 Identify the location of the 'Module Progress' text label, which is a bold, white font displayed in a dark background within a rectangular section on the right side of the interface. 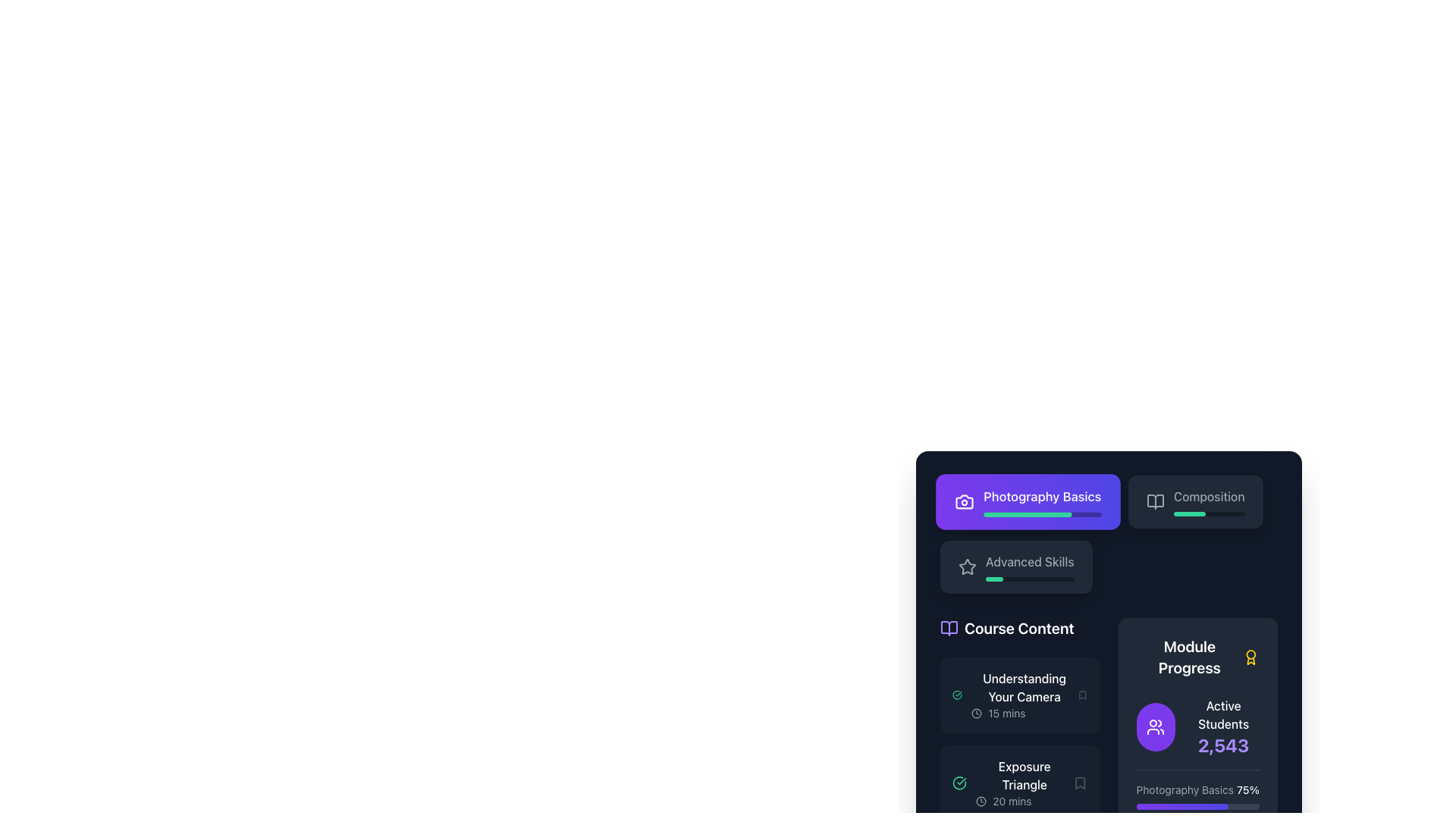
(1188, 657).